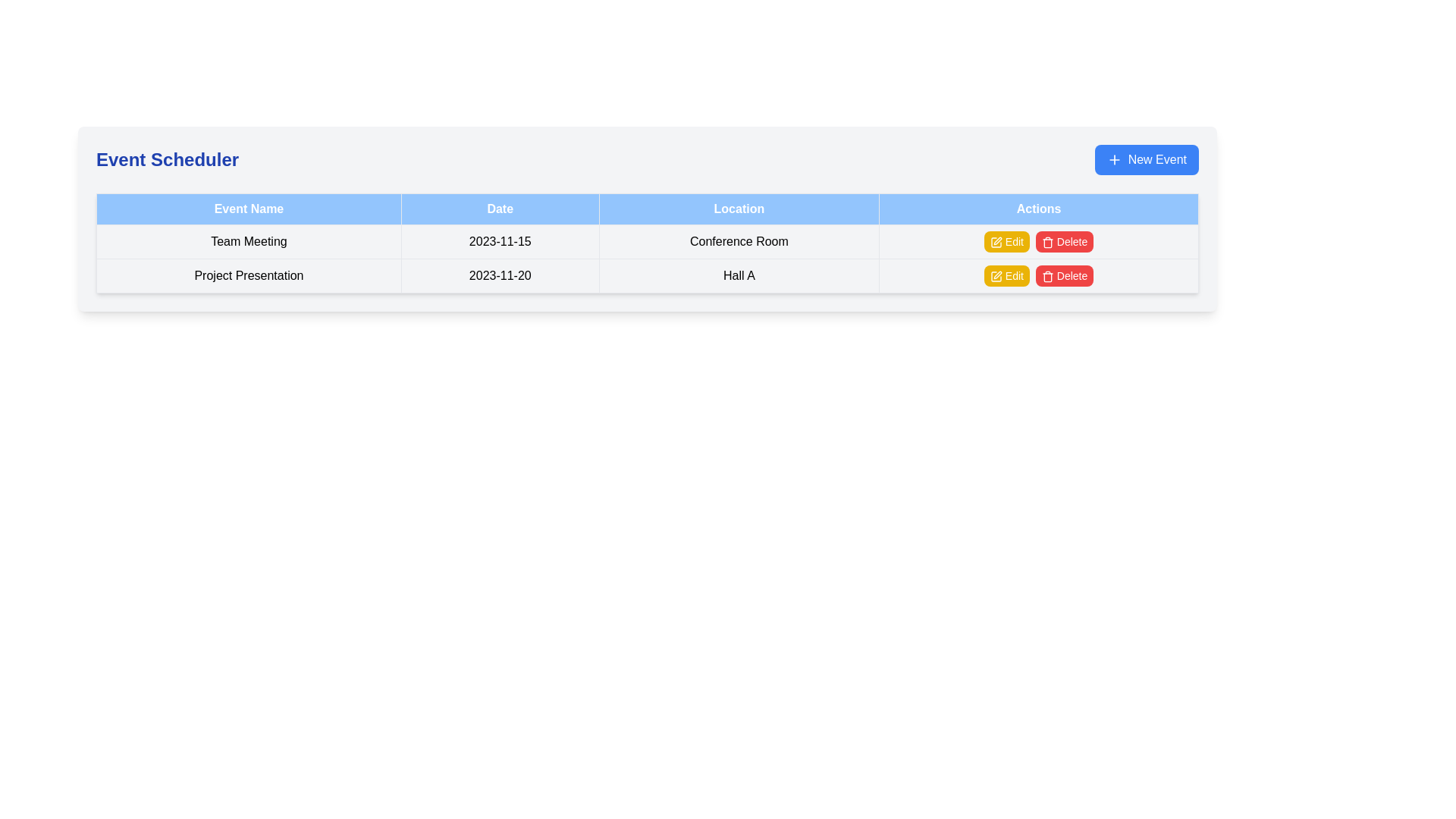  Describe the element at coordinates (500, 275) in the screenshot. I see `the text label displaying '2023-11-20' in the 'Date' column of the events table, which corresponds to the date of the 'Project Presentation' event` at that location.